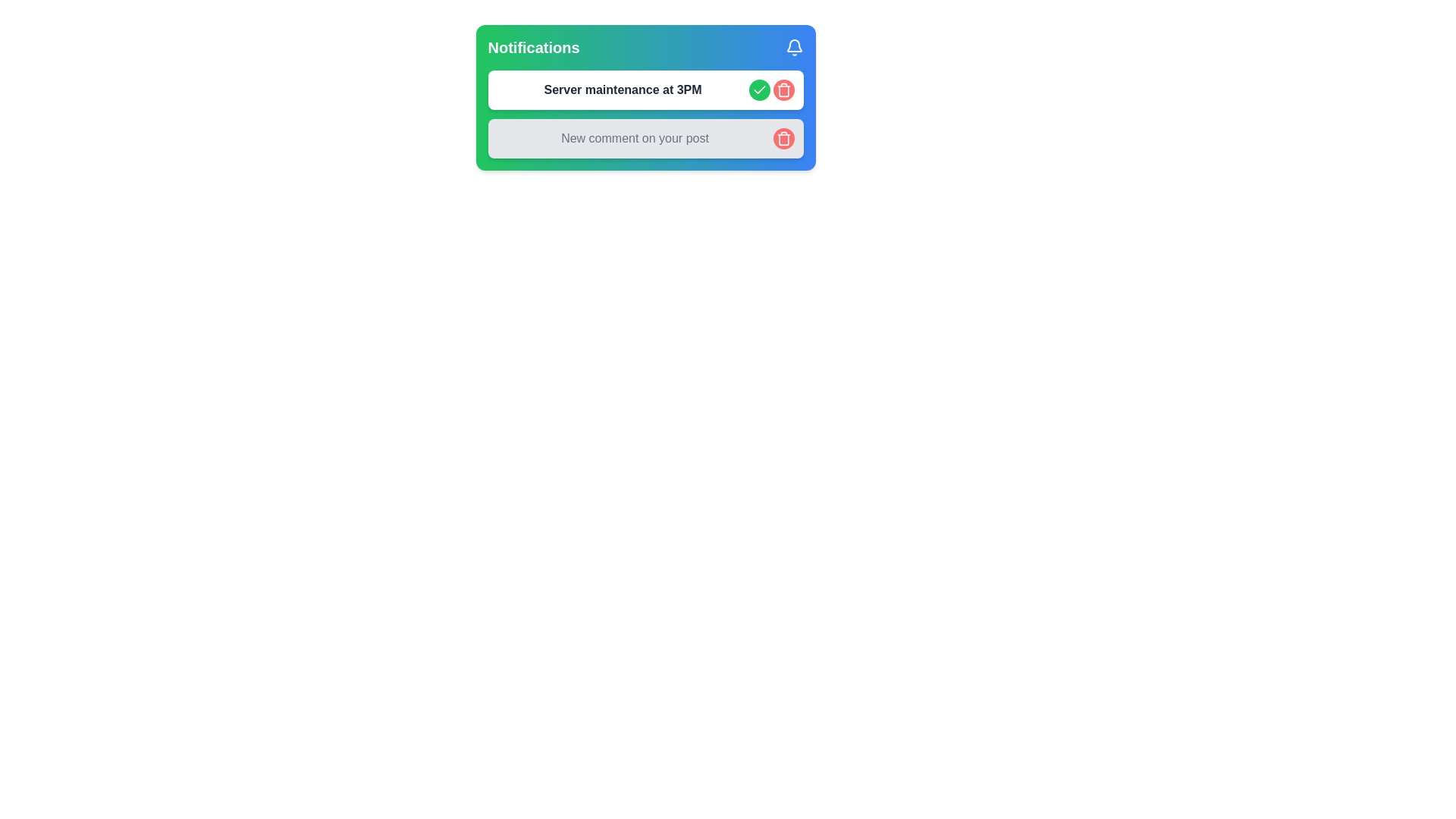  Describe the element at coordinates (635, 138) in the screenshot. I see `the text label that provides information about a new comment on the user's post, located in the center-left of the second notification card` at that location.